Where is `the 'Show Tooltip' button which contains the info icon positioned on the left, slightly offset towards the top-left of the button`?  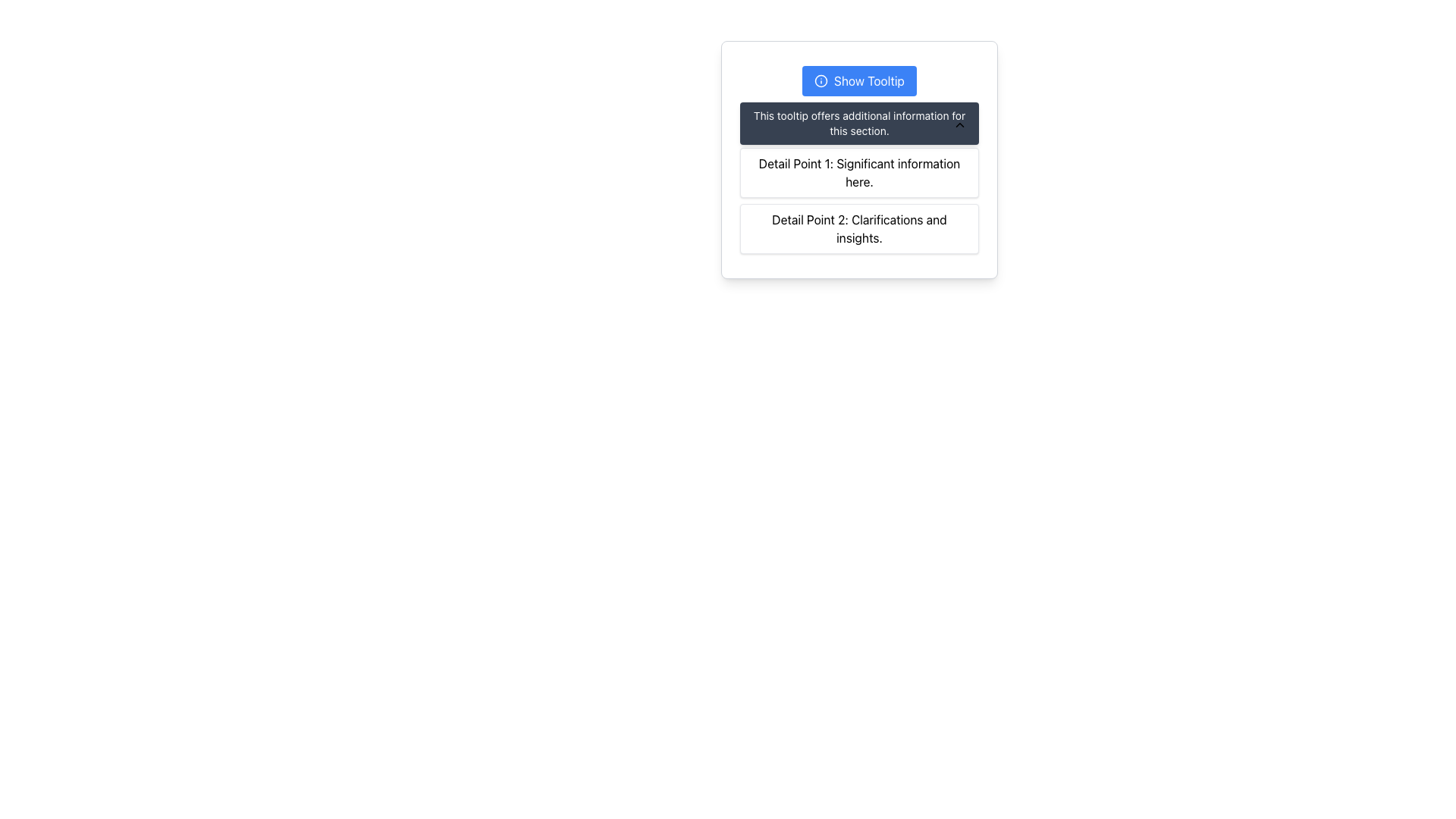
the 'Show Tooltip' button which contains the info icon positioned on the left, slightly offset towards the top-left of the button is located at coordinates (821, 81).